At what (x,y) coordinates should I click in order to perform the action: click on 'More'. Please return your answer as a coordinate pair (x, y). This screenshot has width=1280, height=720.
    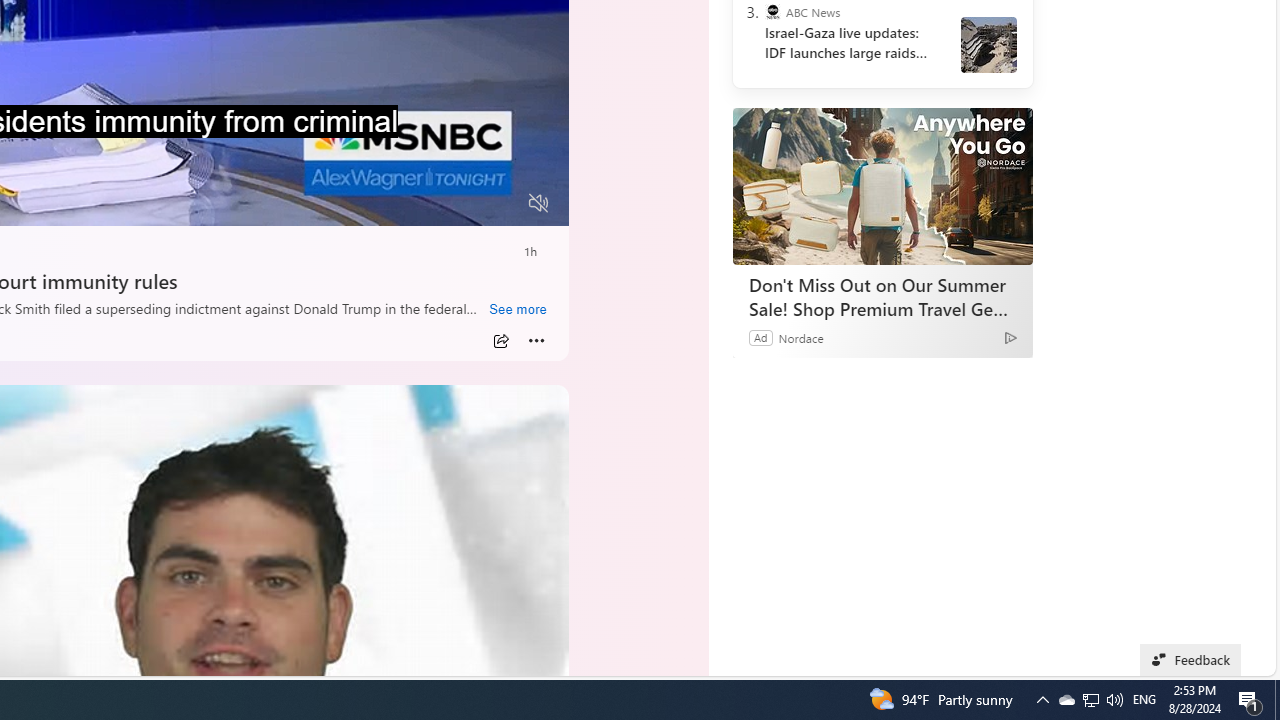
    Looking at the image, I should click on (536, 340).